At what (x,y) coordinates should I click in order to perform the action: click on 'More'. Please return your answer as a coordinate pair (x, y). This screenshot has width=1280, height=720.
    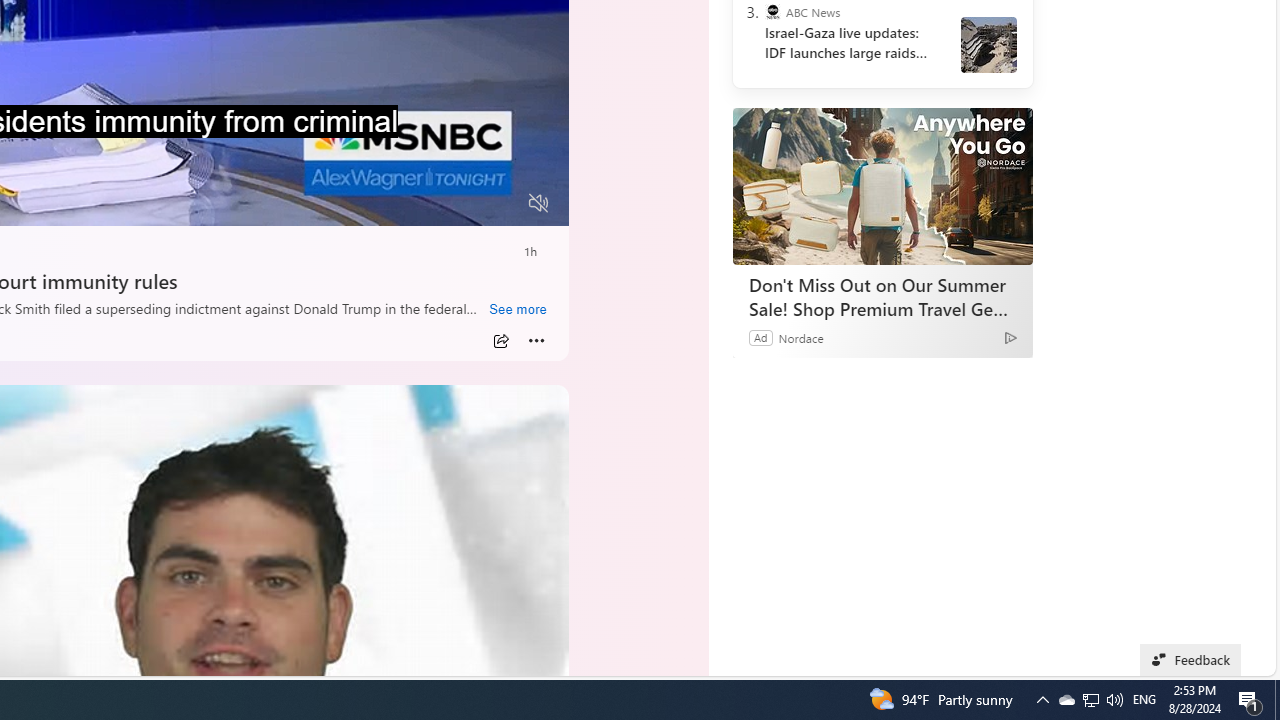
    Looking at the image, I should click on (536, 340).